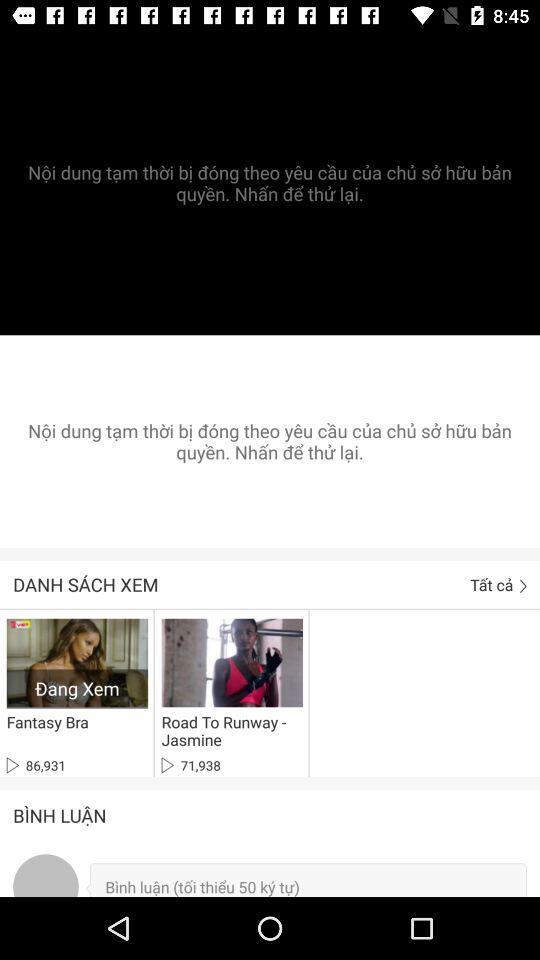  Describe the element at coordinates (47, 721) in the screenshot. I see `the fantasy bra item` at that location.